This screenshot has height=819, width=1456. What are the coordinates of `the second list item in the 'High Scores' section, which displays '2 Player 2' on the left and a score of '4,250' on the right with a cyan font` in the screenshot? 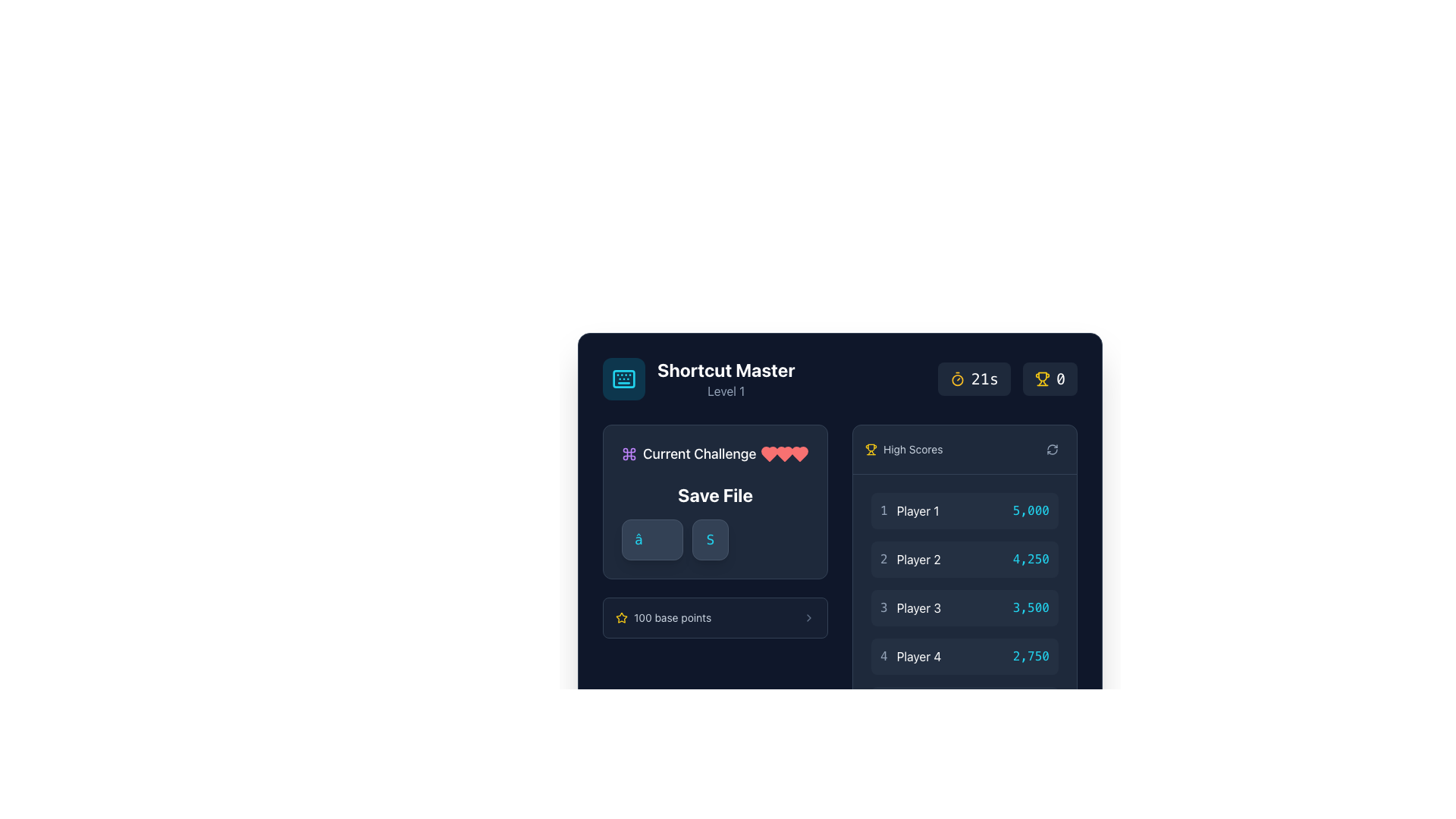 It's located at (964, 559).